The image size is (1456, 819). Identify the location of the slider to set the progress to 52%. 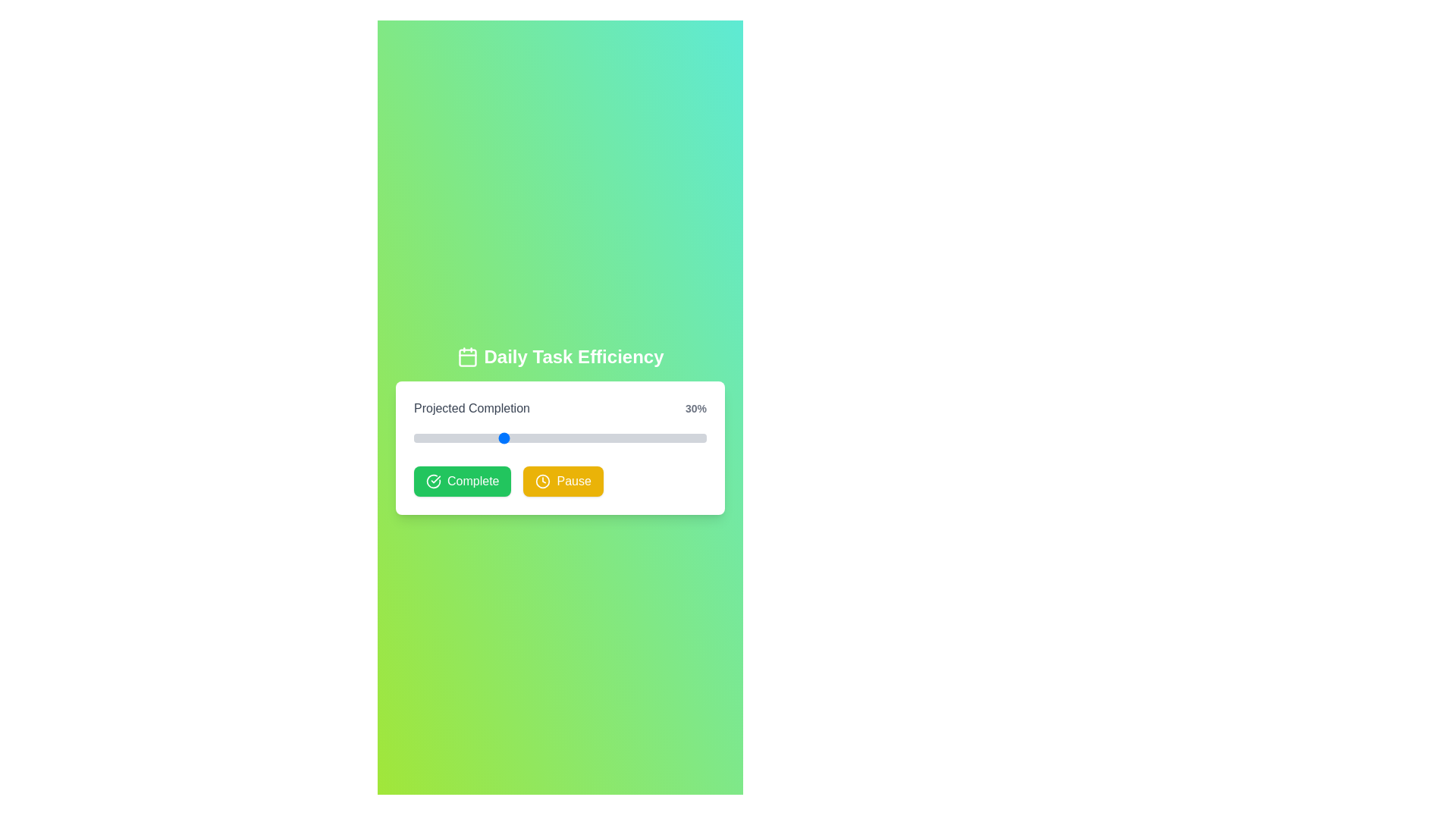
(565, 438).